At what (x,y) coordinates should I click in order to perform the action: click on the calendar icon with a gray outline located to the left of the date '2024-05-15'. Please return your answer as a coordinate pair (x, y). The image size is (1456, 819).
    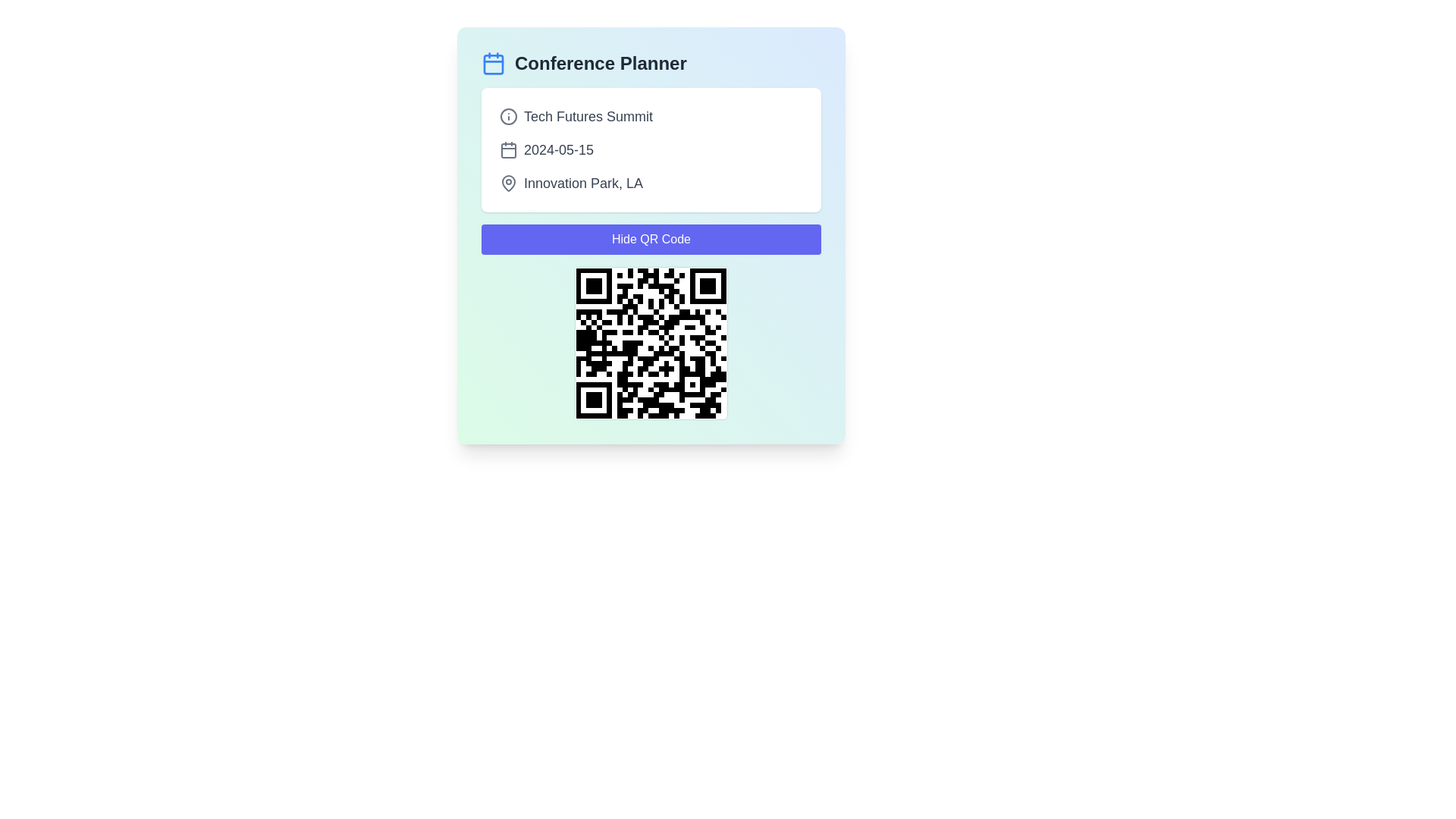
    Looking at the image, I should click on (509, 149).